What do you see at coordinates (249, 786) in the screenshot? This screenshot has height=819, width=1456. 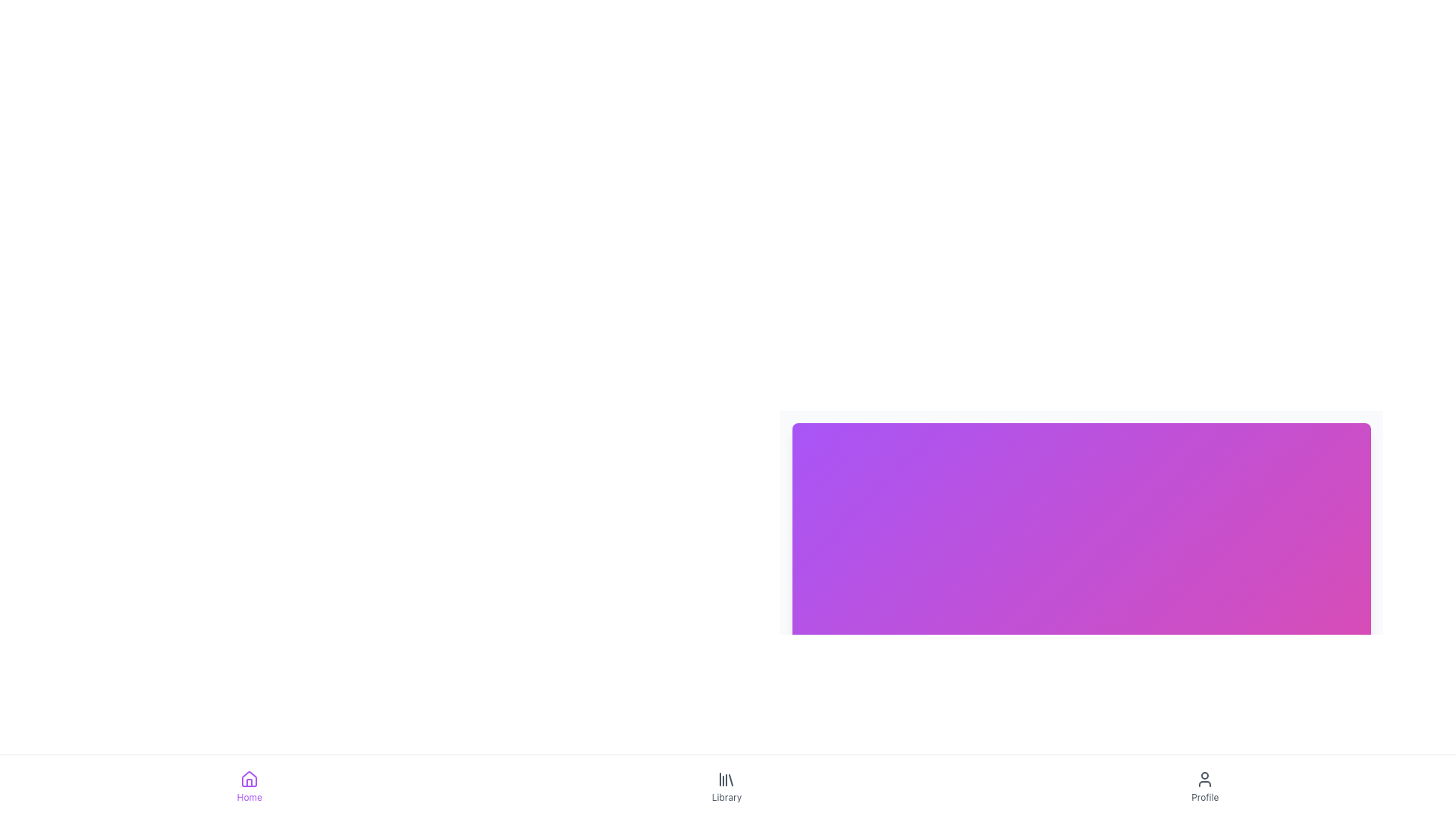 I see `the 'Home' button in the bottom navigation menu` at bounding box center [249, 786].